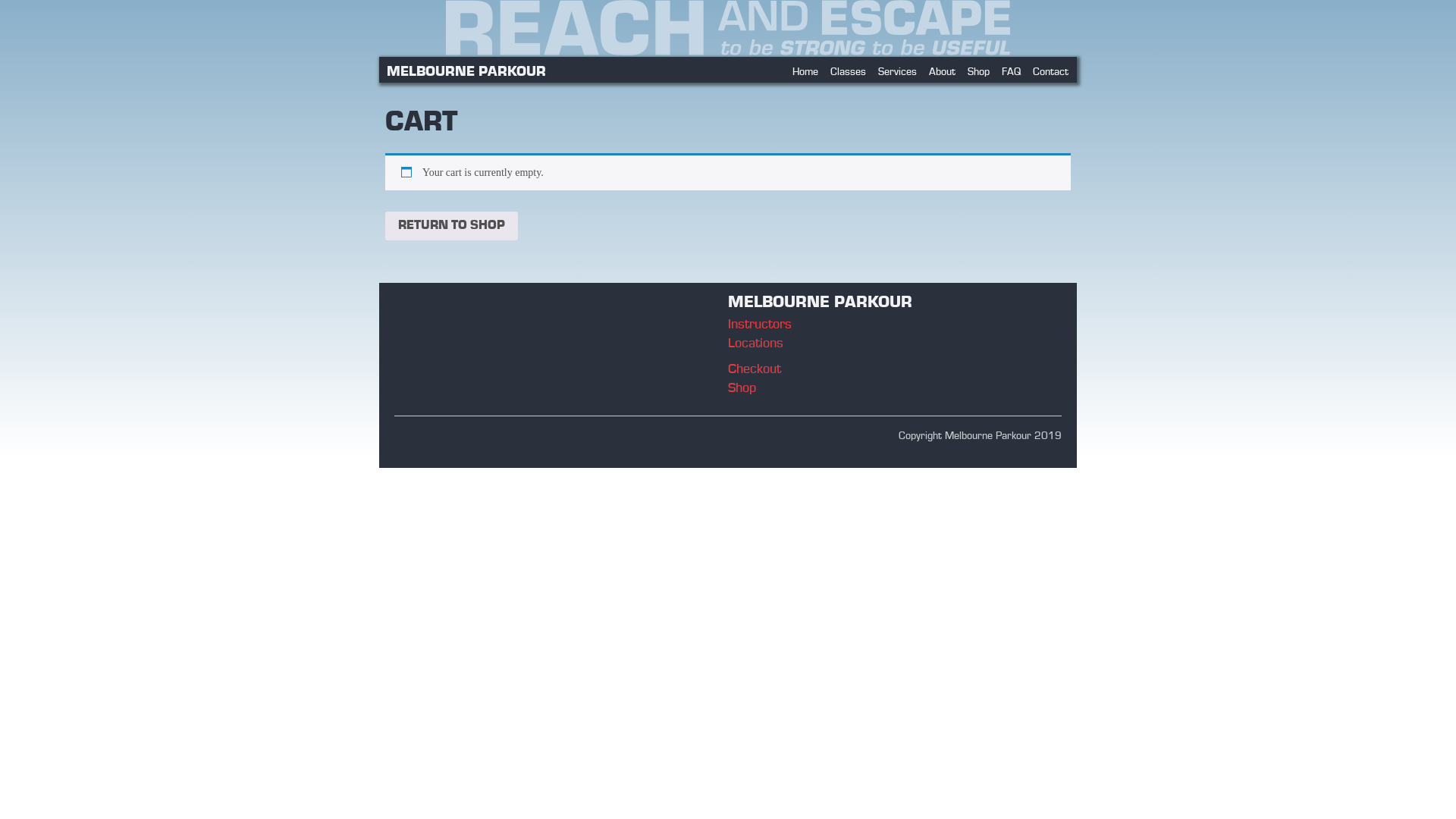 The image size is (1456, 819). Describe the element at coordinates (450, 225) in the screenshot. I see `'RETURN TO SHOP'` at that location.